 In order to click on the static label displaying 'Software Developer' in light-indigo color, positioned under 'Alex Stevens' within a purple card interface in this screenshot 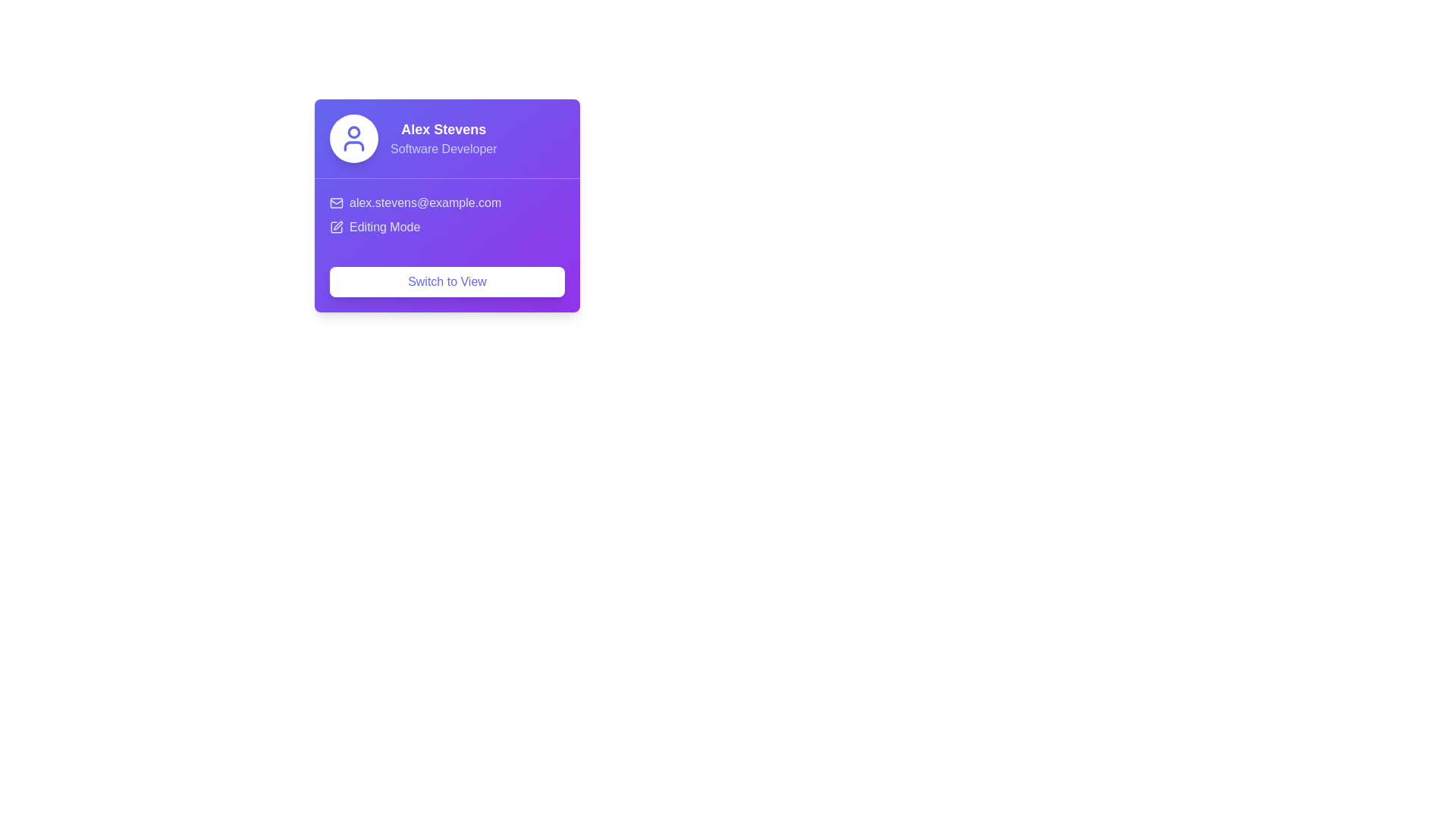, I will do `click(443, 149)`.